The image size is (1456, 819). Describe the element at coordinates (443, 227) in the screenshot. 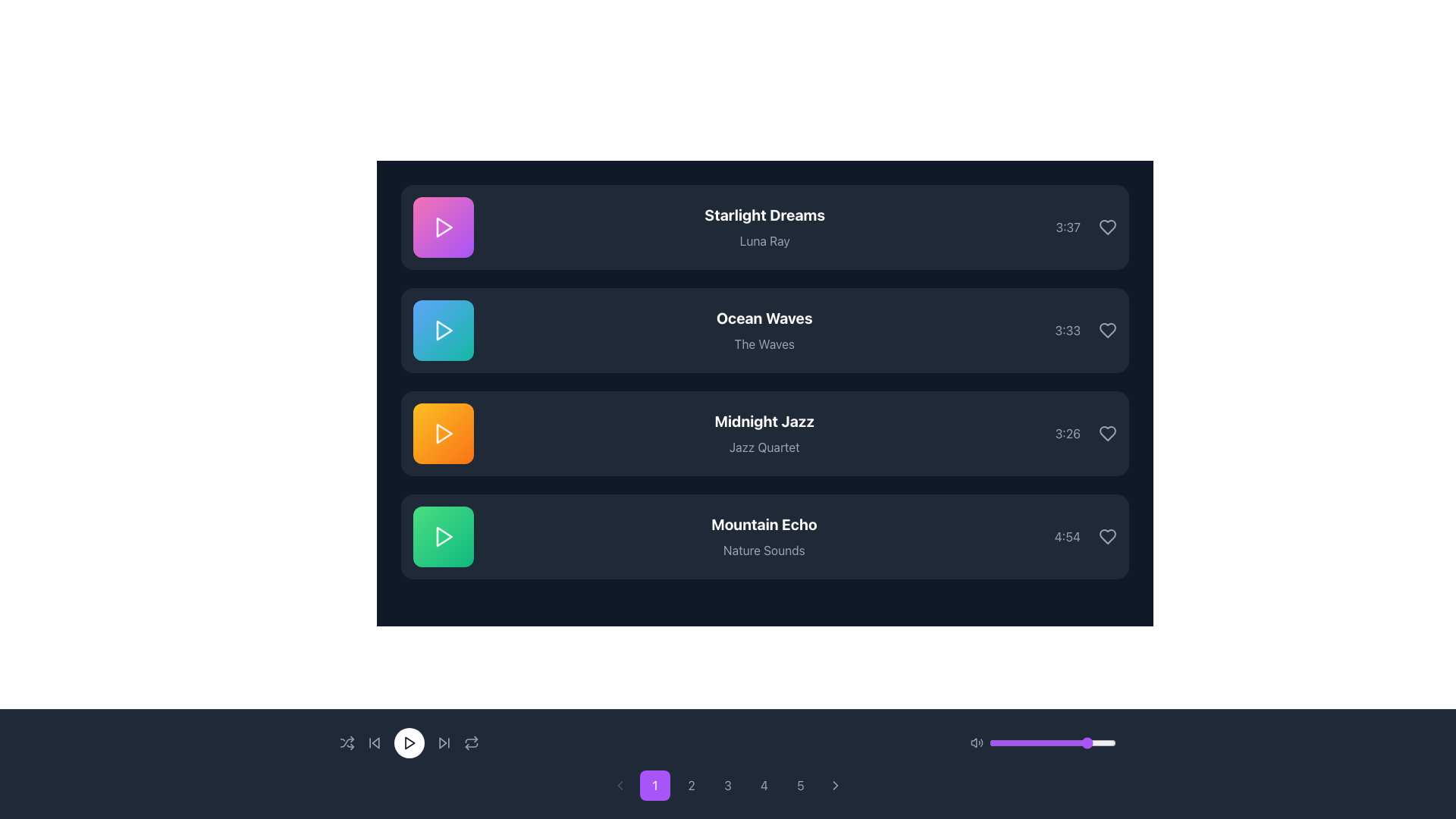

I see `the button to play the song 'Starlight Dreams', which is located at the leftmost side of the top row aligned with the song title and artist name` at that location.